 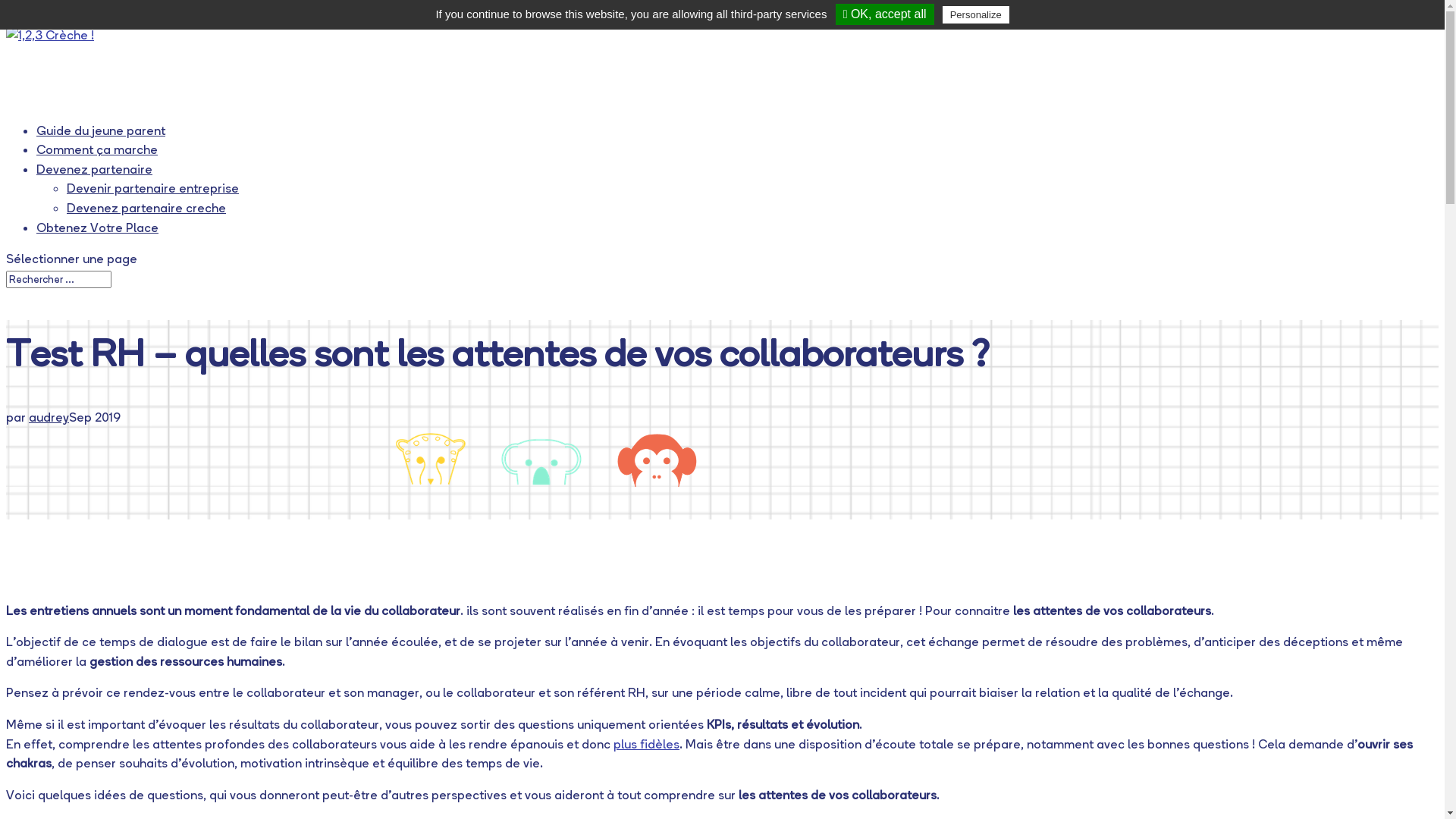 I want to click on 'audrey', so click(x=49, y=417).